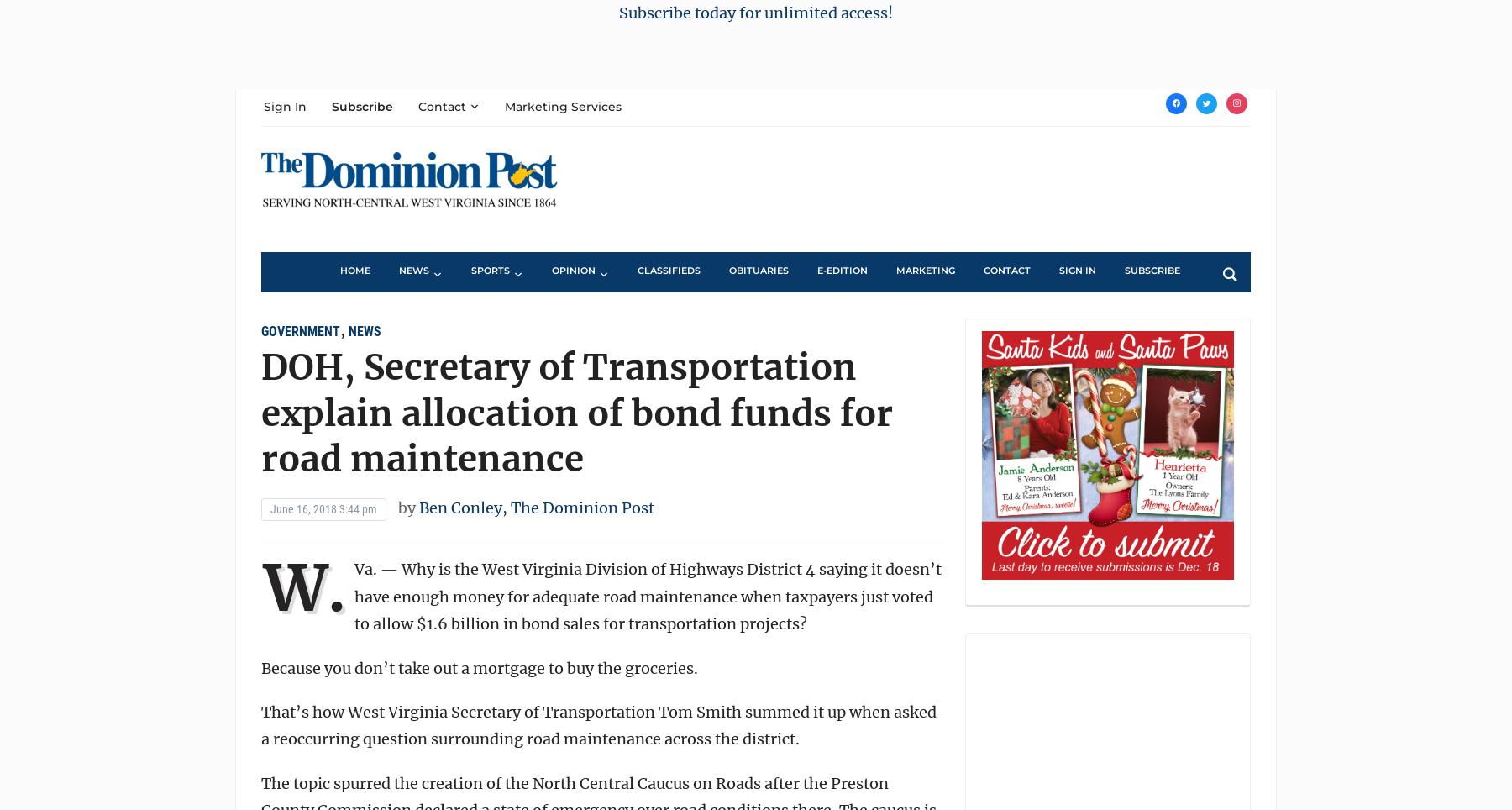 Image resolution: width=1512 pixels, height=810 pixels. I want to click on 'Marketing', so click(925, 270).